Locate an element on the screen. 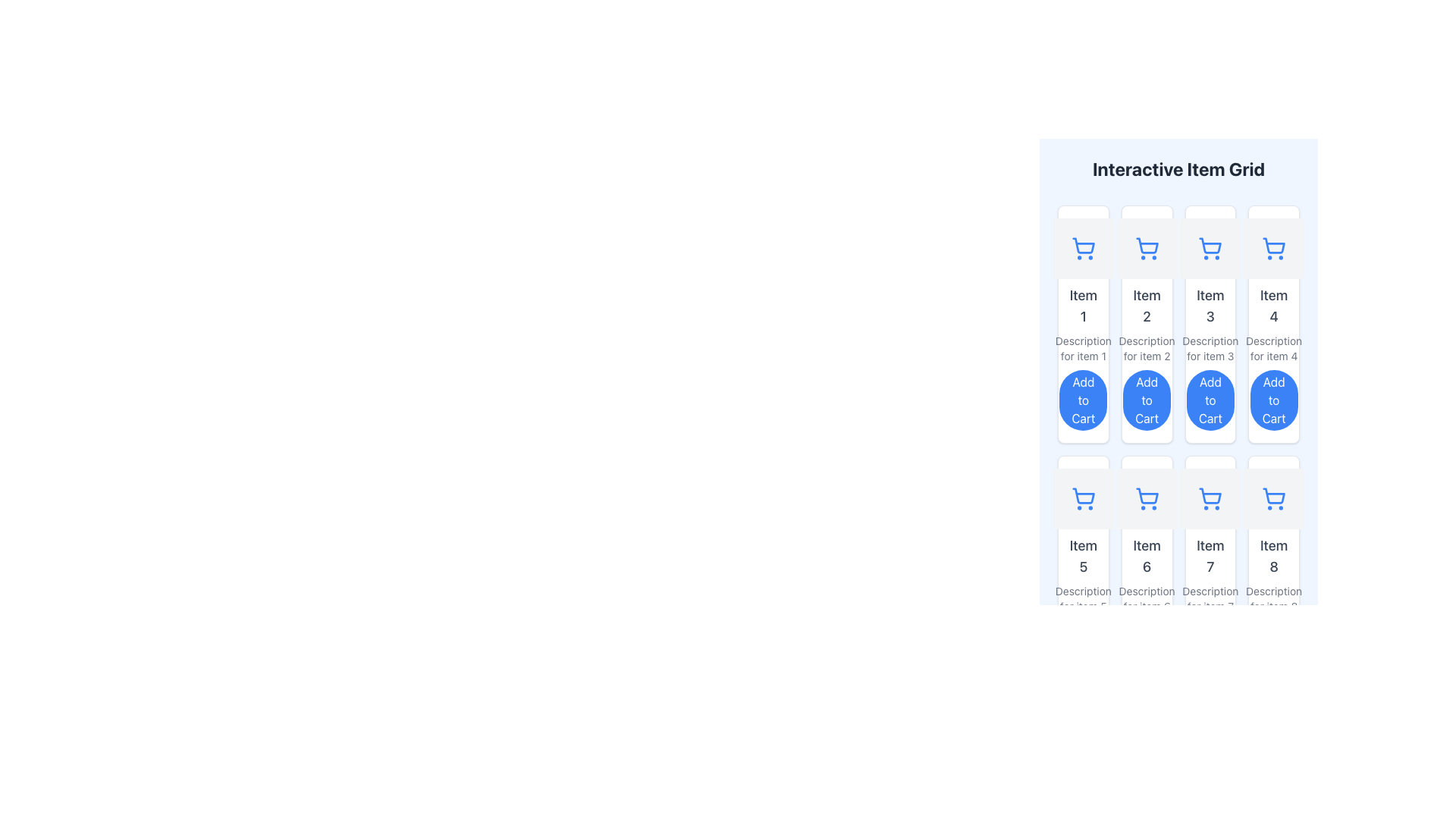 The width and height of the screenshot is (1456, 819). the header text label that serves as the title for the section above the interactive item grid is located at coordinates (1178, 169).